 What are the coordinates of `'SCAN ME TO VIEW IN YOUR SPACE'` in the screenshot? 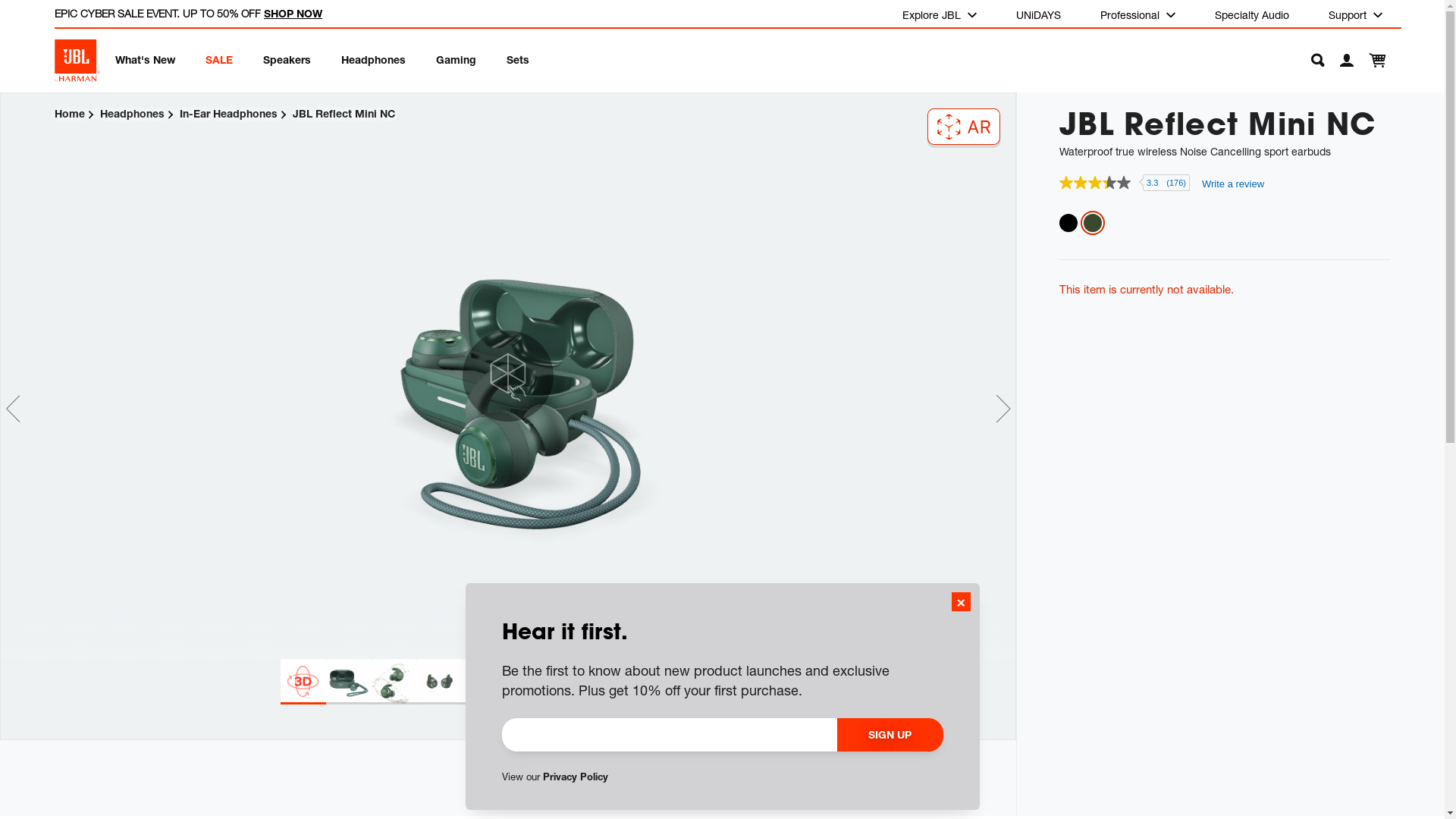 It's located at (963, 125).